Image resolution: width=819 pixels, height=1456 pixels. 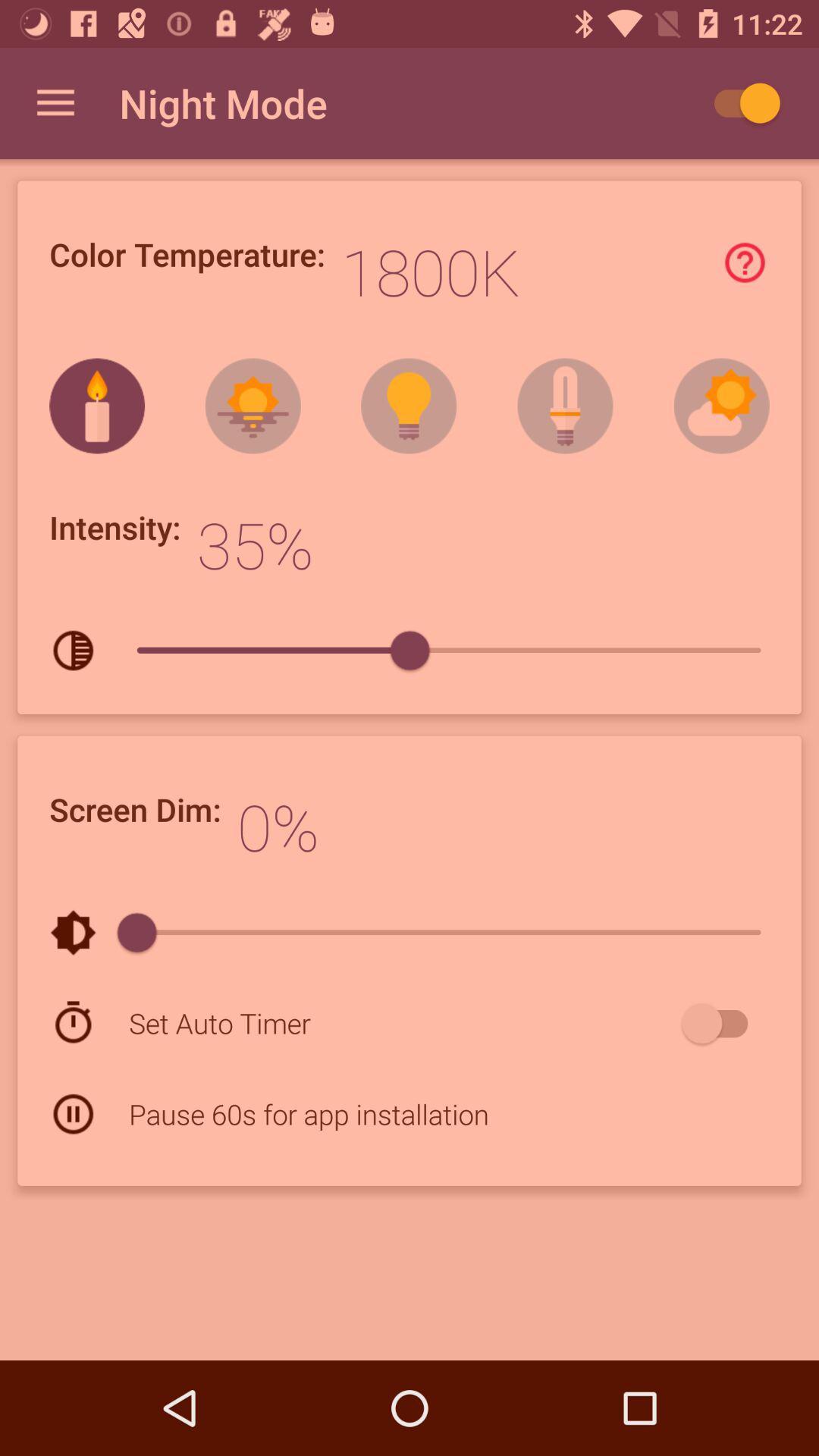 I want to click on click the auto play, so click(x=739, y=102).